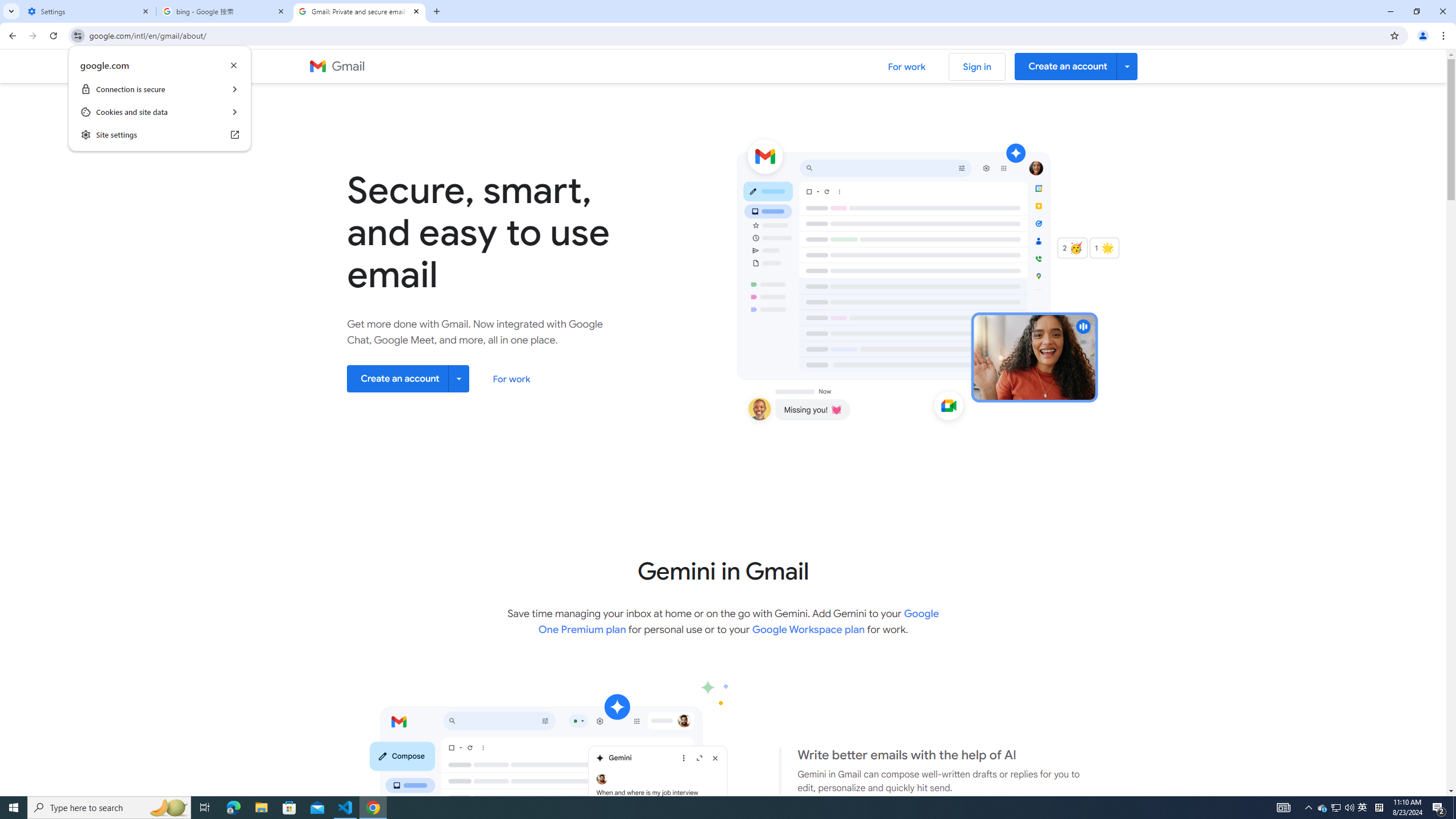  I want to click on 'AutomationID: 4105', so click(1283, 806).